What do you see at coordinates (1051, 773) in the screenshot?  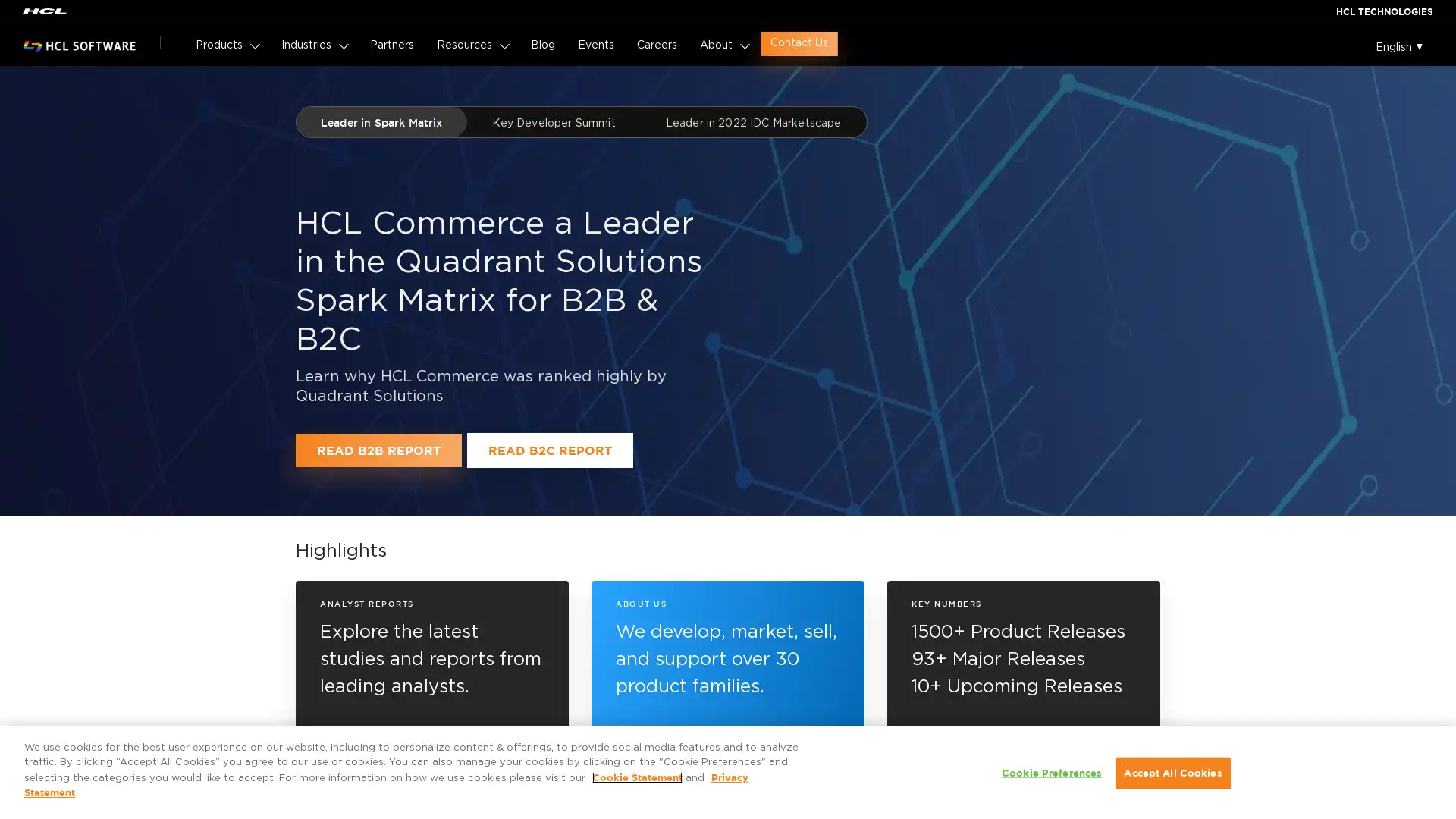 I see `Cookie Preferences` at bounding box center [1051, 773].